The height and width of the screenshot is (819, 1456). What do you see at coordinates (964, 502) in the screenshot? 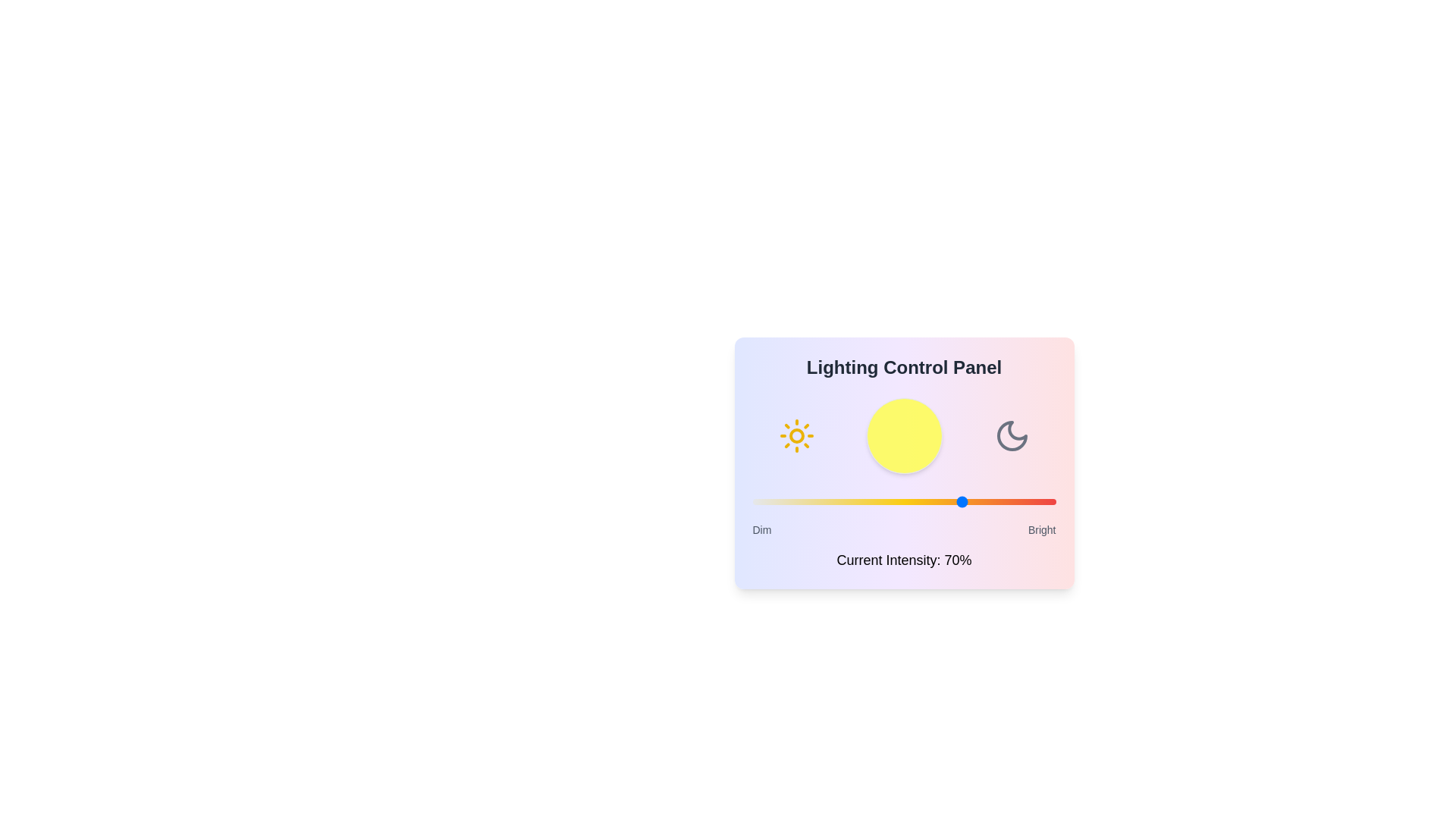
I see `the lighting intensity to 70% by dragging the slider` at bounding box center [964, 502].